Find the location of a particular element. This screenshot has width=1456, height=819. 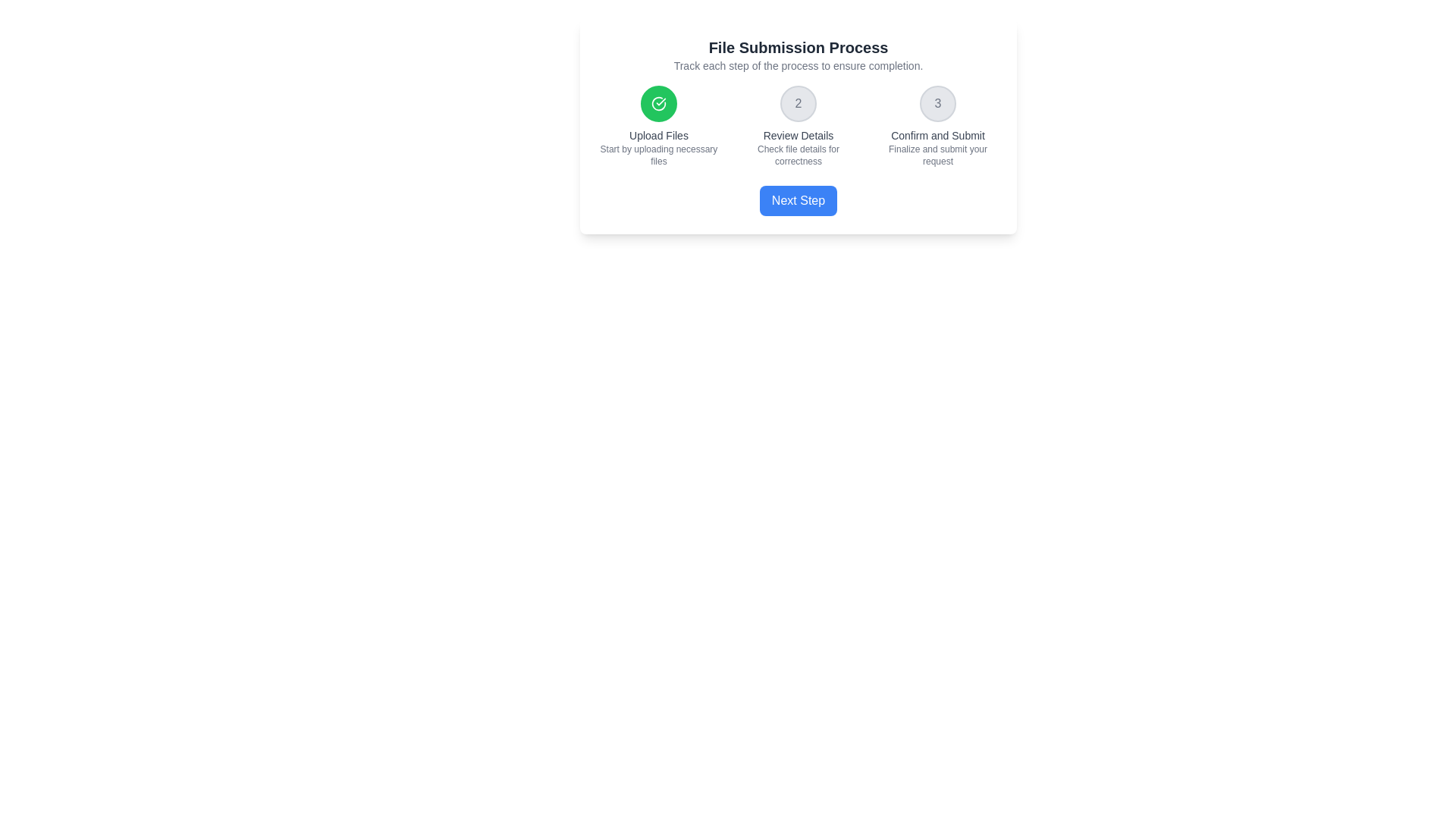

the 'Next Step' button with a blue background and white text located in the 'File Submission Process' section to change its background color is located at coordinates (797, 200).